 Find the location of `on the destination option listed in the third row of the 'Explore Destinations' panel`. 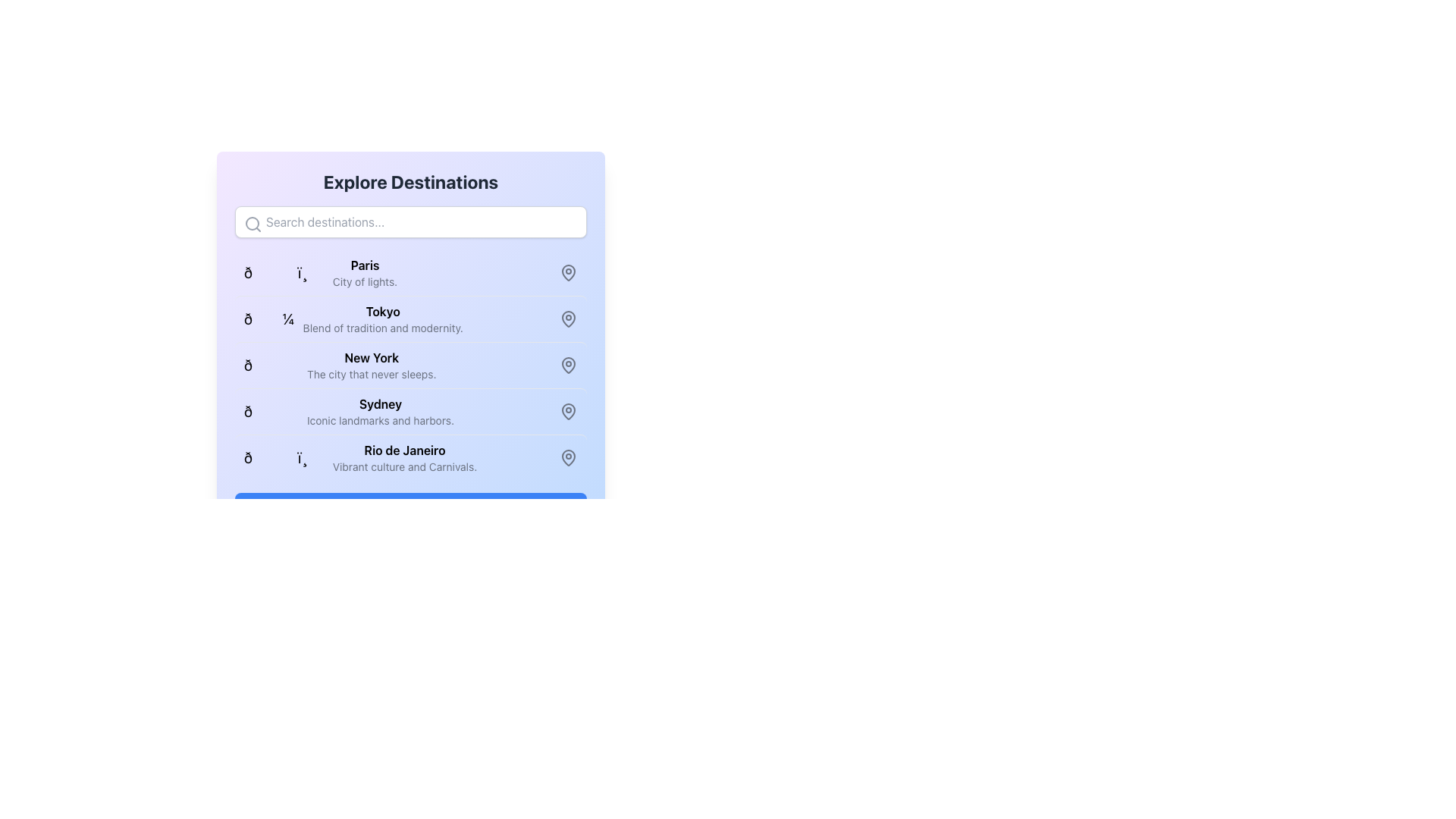

on the destination option listed in the third row of the 'Explore Destinations' panel is located at coordinates (339, 366).